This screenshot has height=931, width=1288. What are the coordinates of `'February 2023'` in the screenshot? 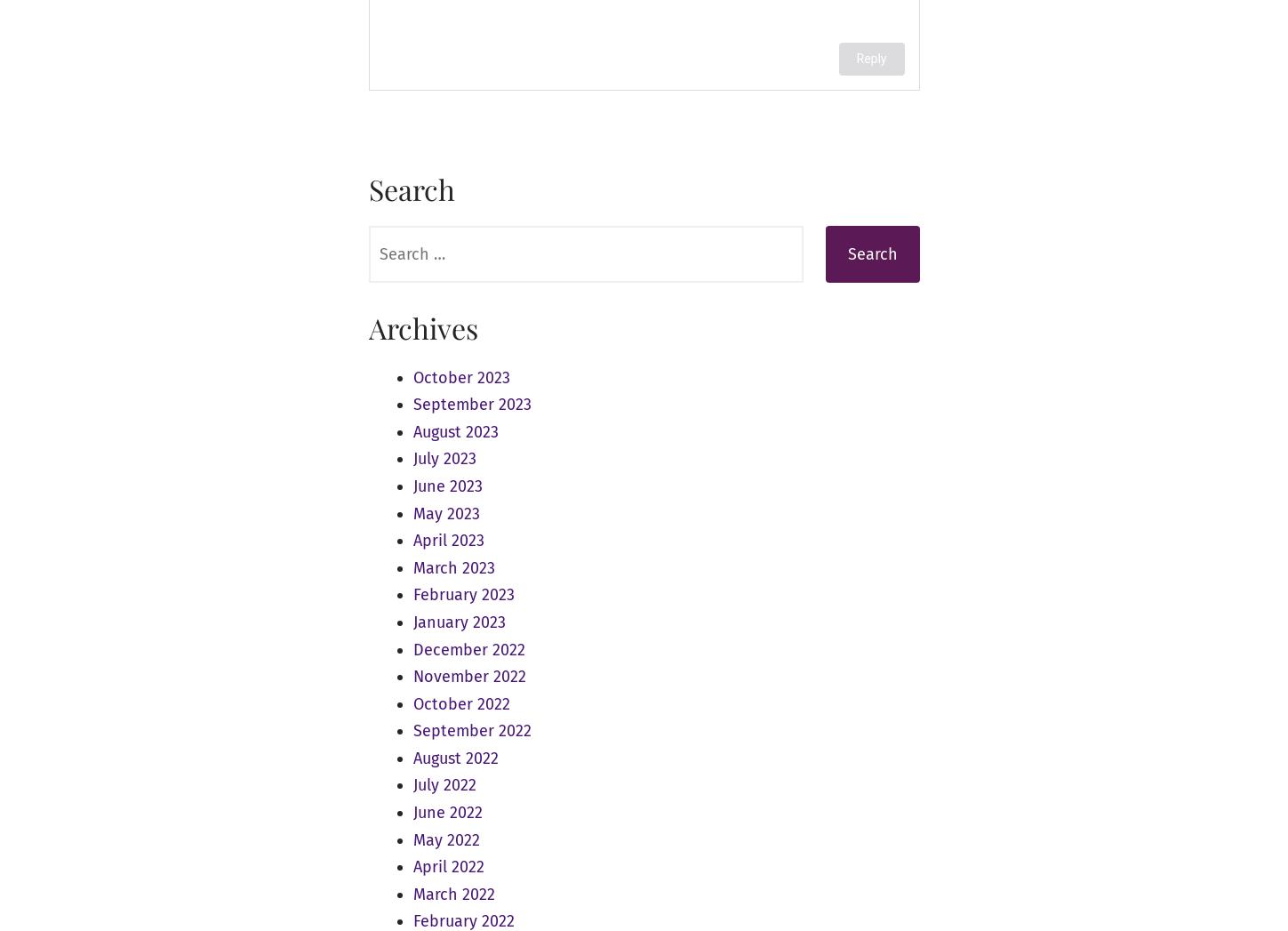 It's located at (462, 594).